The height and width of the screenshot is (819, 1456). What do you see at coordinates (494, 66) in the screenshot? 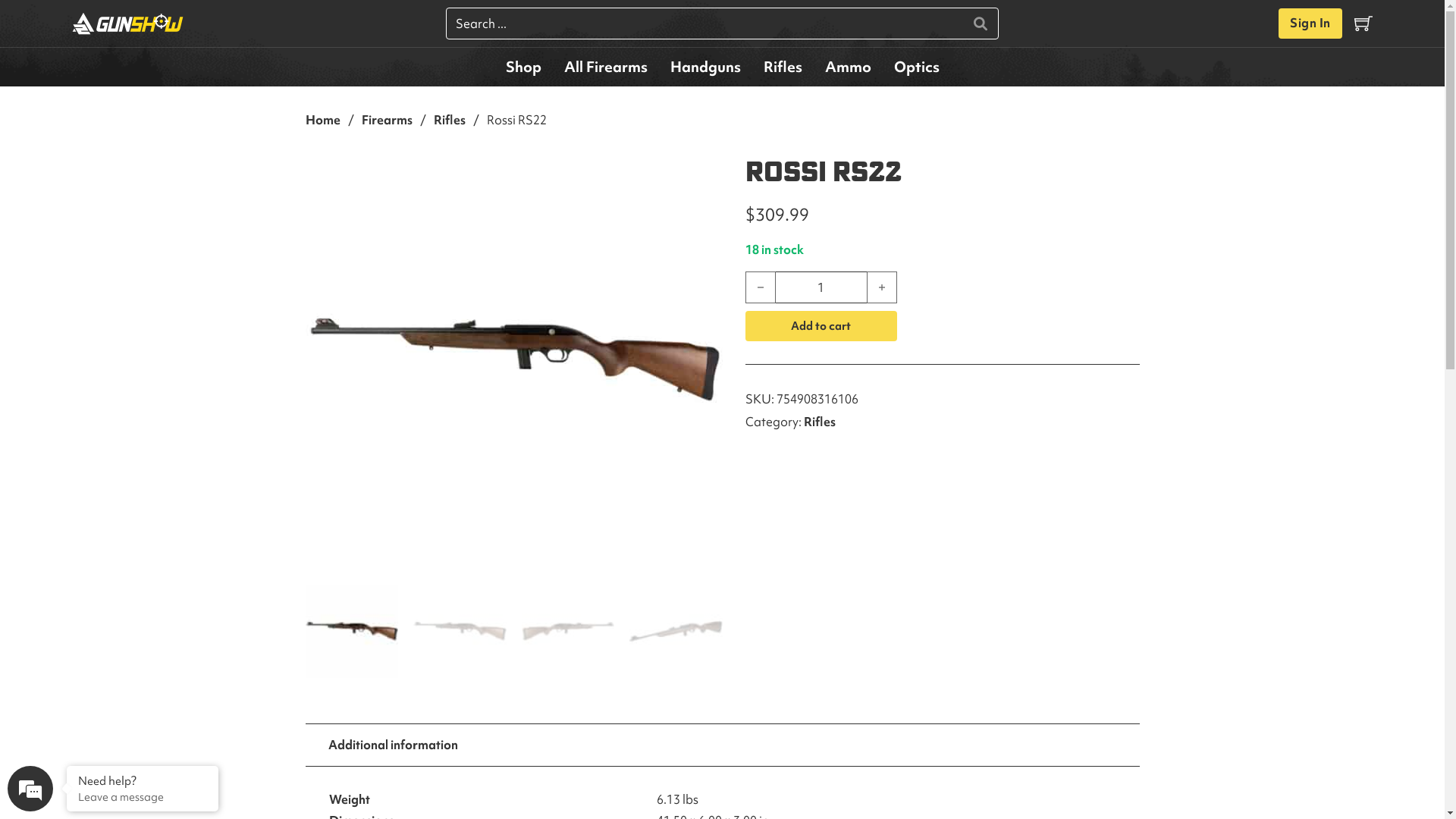
I see `'Shop'` at bounding box center [494, 66].